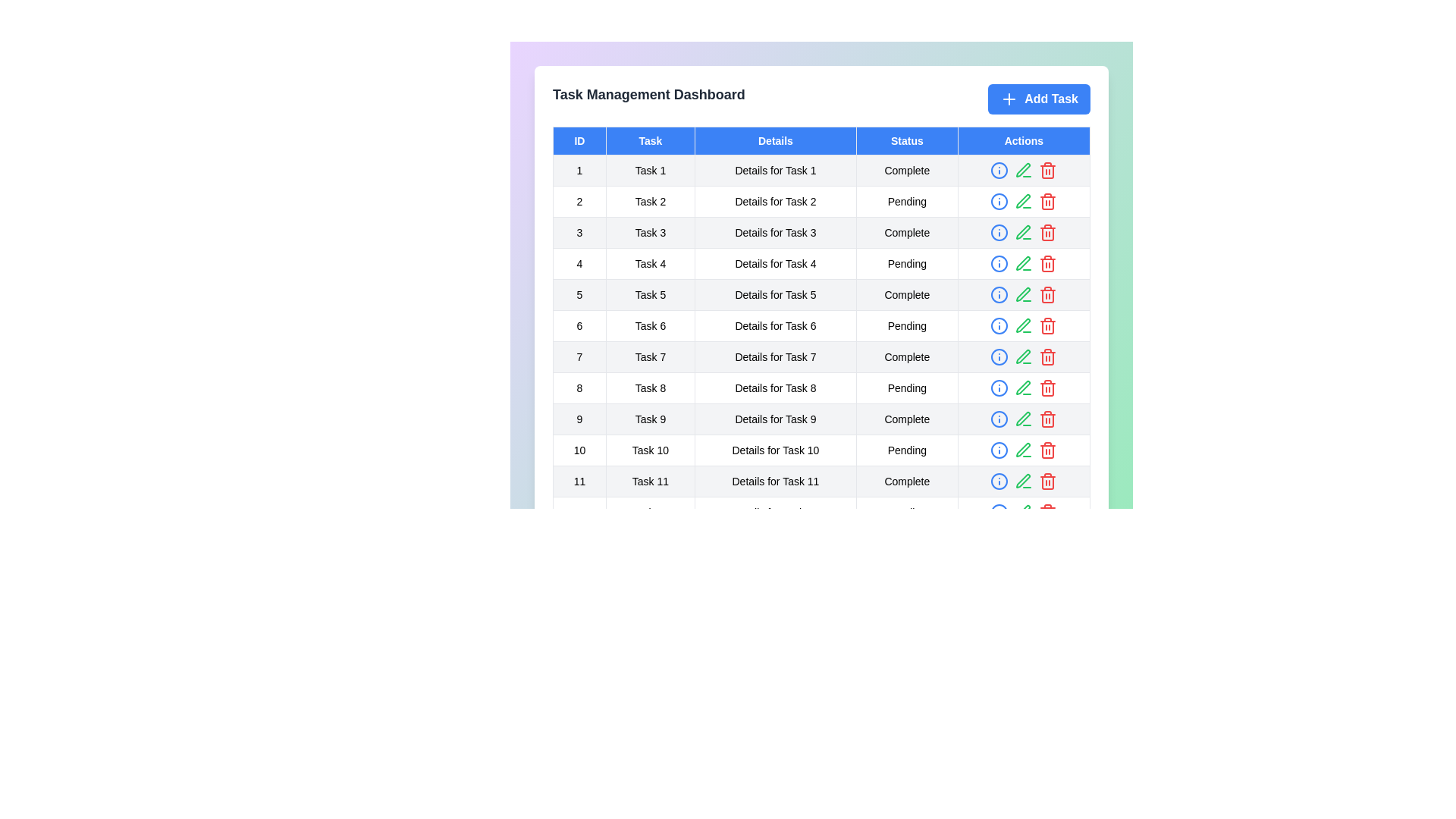 Image resolution: width=1456 pixels, height=819 pixels. Describe the element at coordinates (1024, 170) in the screenshot. I see `the button with the text Edit to display its hint` at that location.